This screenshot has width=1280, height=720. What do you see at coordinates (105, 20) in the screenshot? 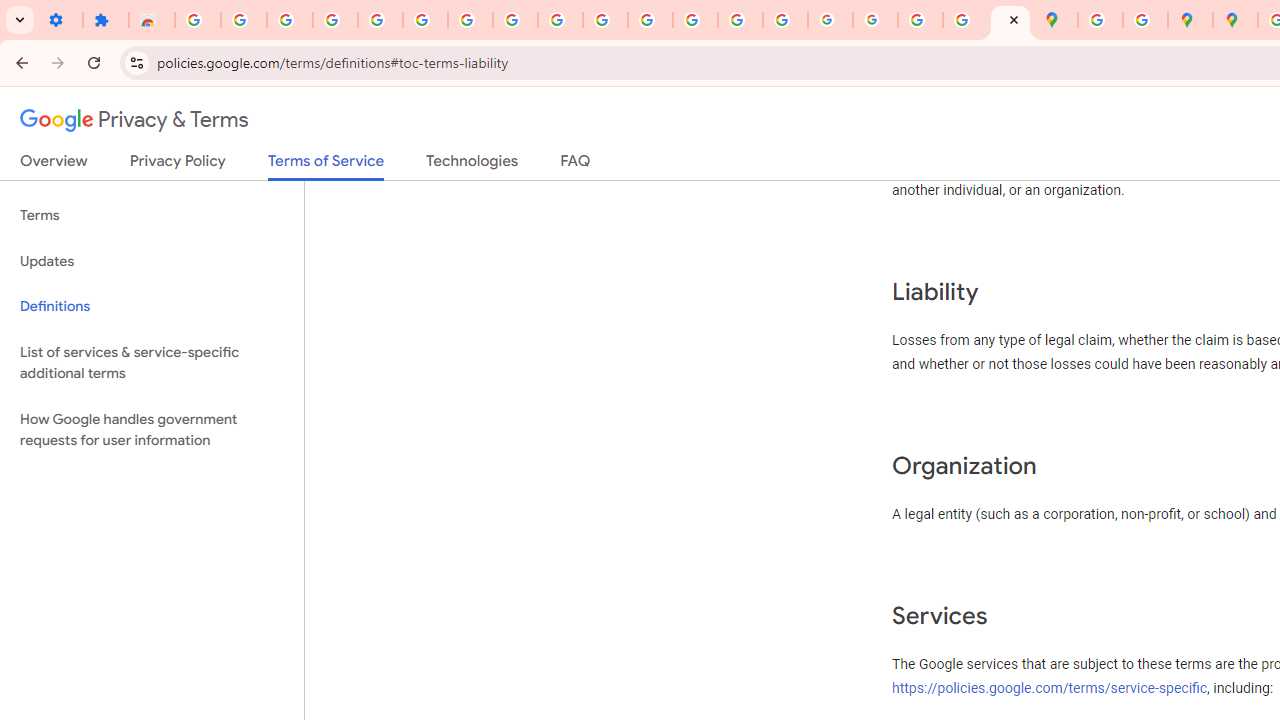
I see `'Extensions'` at bounding box center [105, 20].